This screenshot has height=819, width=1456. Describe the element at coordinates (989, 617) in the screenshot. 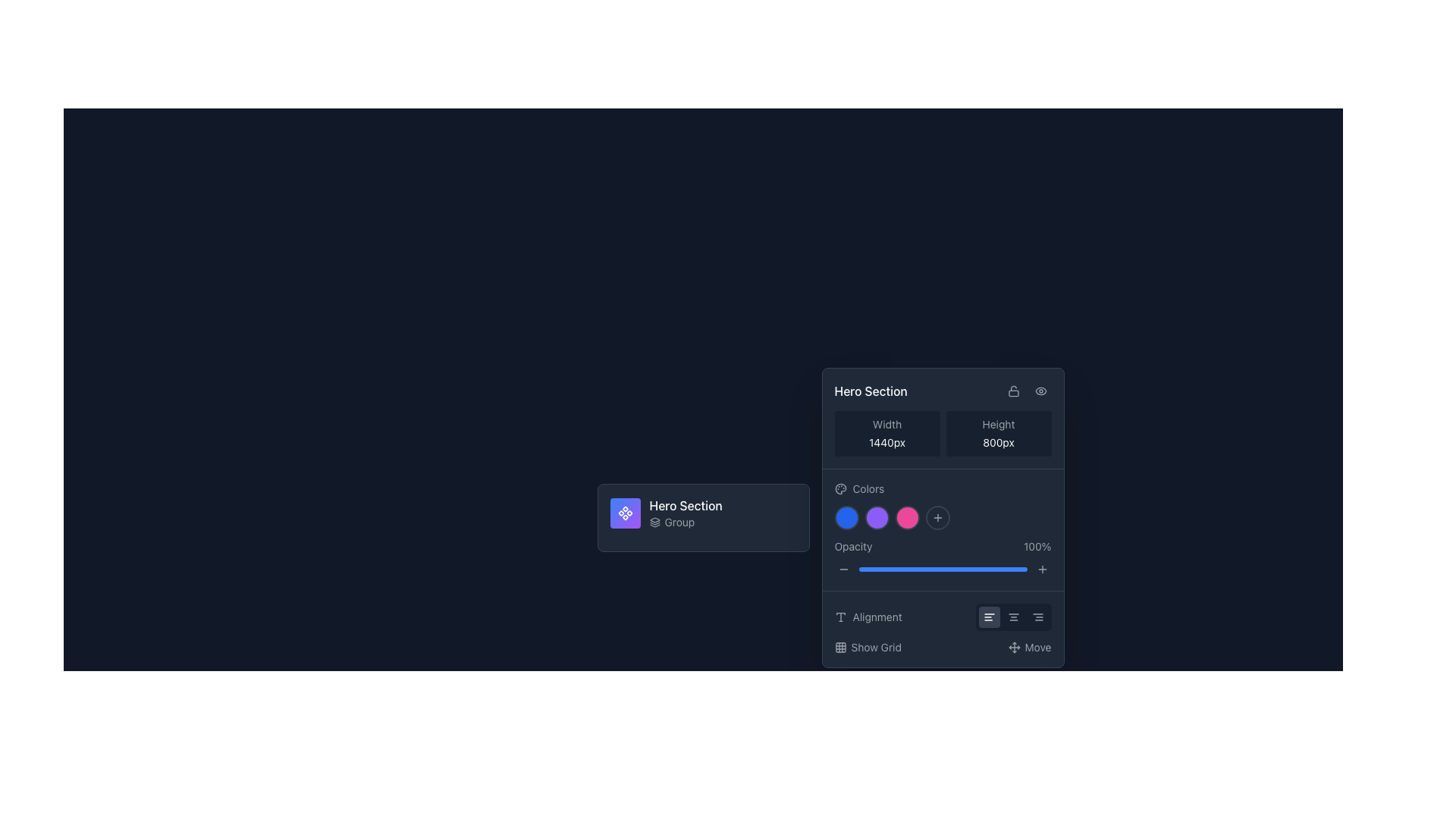

I see `the left alignment button in the Alignment section of the Hero Section settings panel to set the alignment to left` at that location.